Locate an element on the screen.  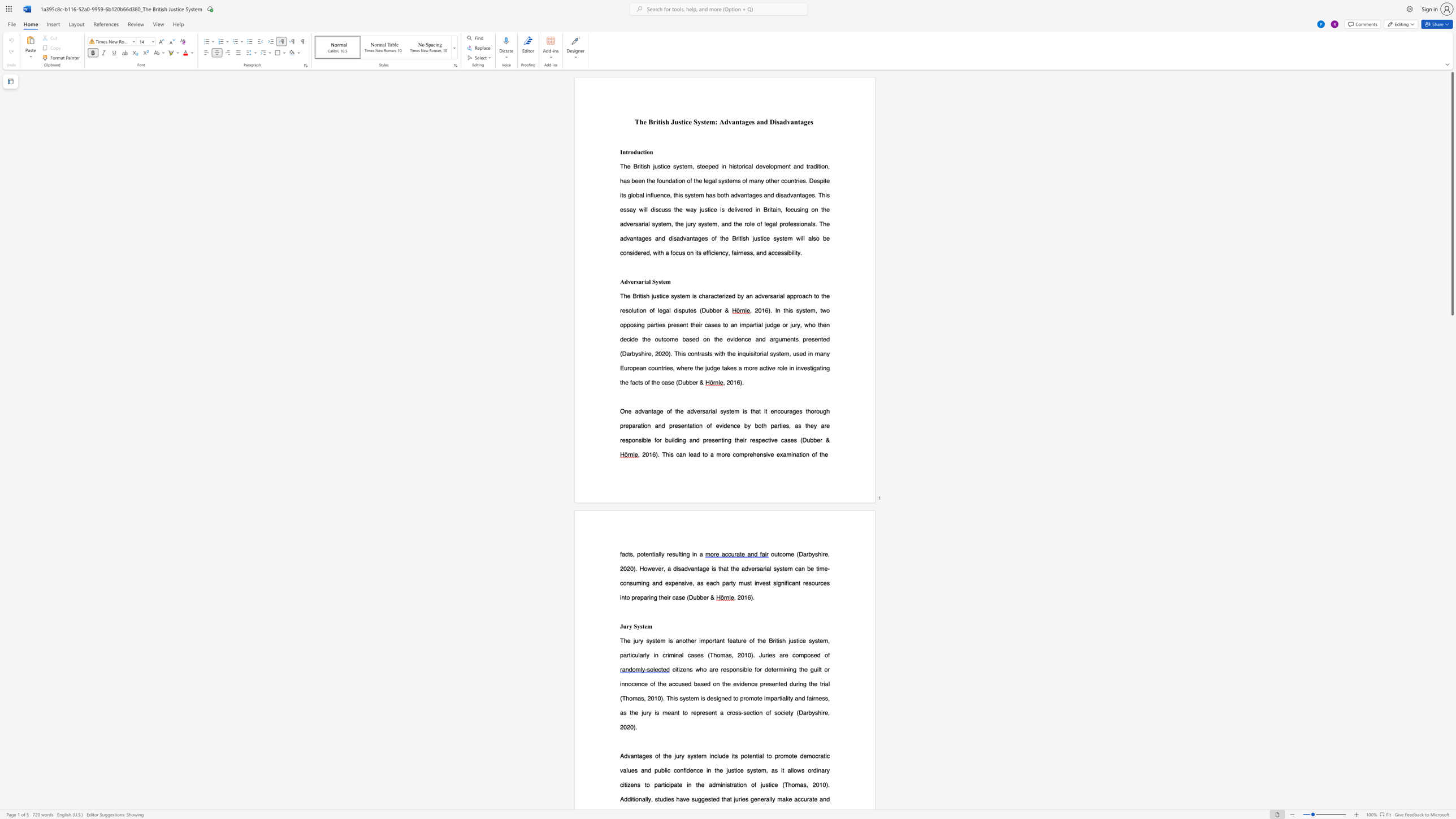
the subset text "r &" within the text "(Dubber &" is located at coordinates (820, 439).